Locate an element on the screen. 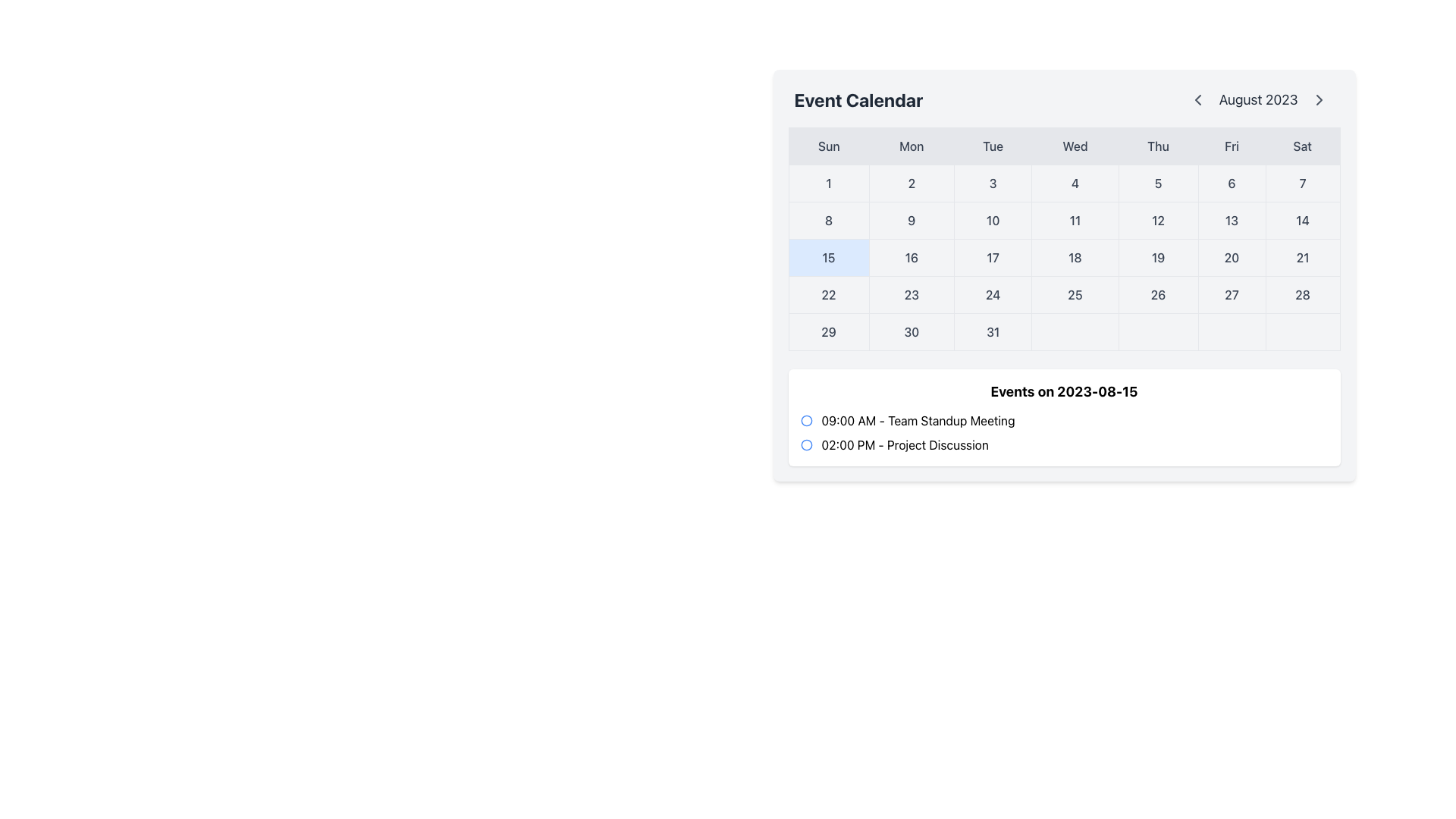  the Text Label marking Sunday, which is the first item in the row of day abbreviations in the calendar interface is located at coordinates (828, 146).